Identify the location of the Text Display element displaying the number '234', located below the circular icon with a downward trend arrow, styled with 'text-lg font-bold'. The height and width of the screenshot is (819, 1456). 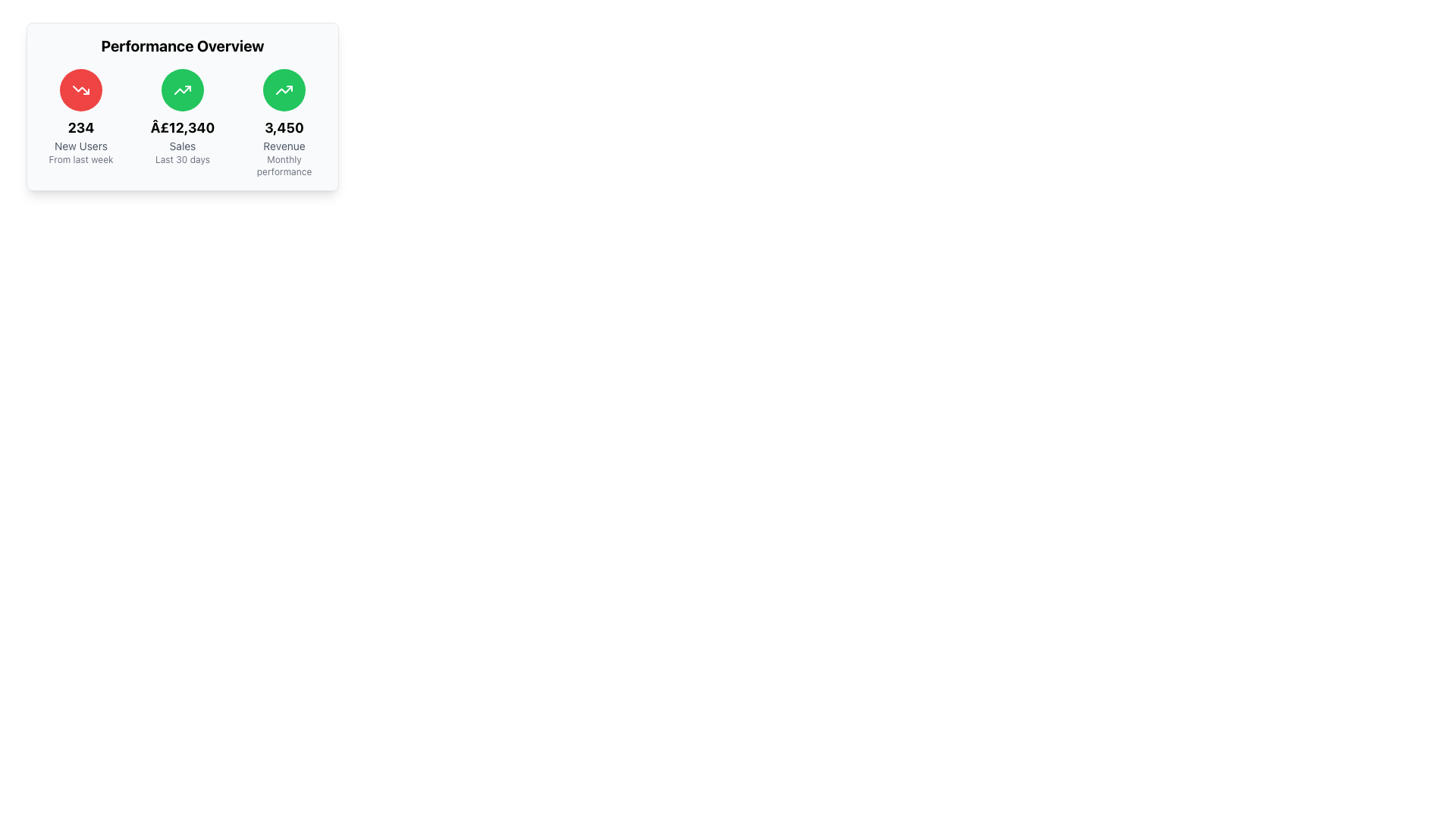
(80, 127).